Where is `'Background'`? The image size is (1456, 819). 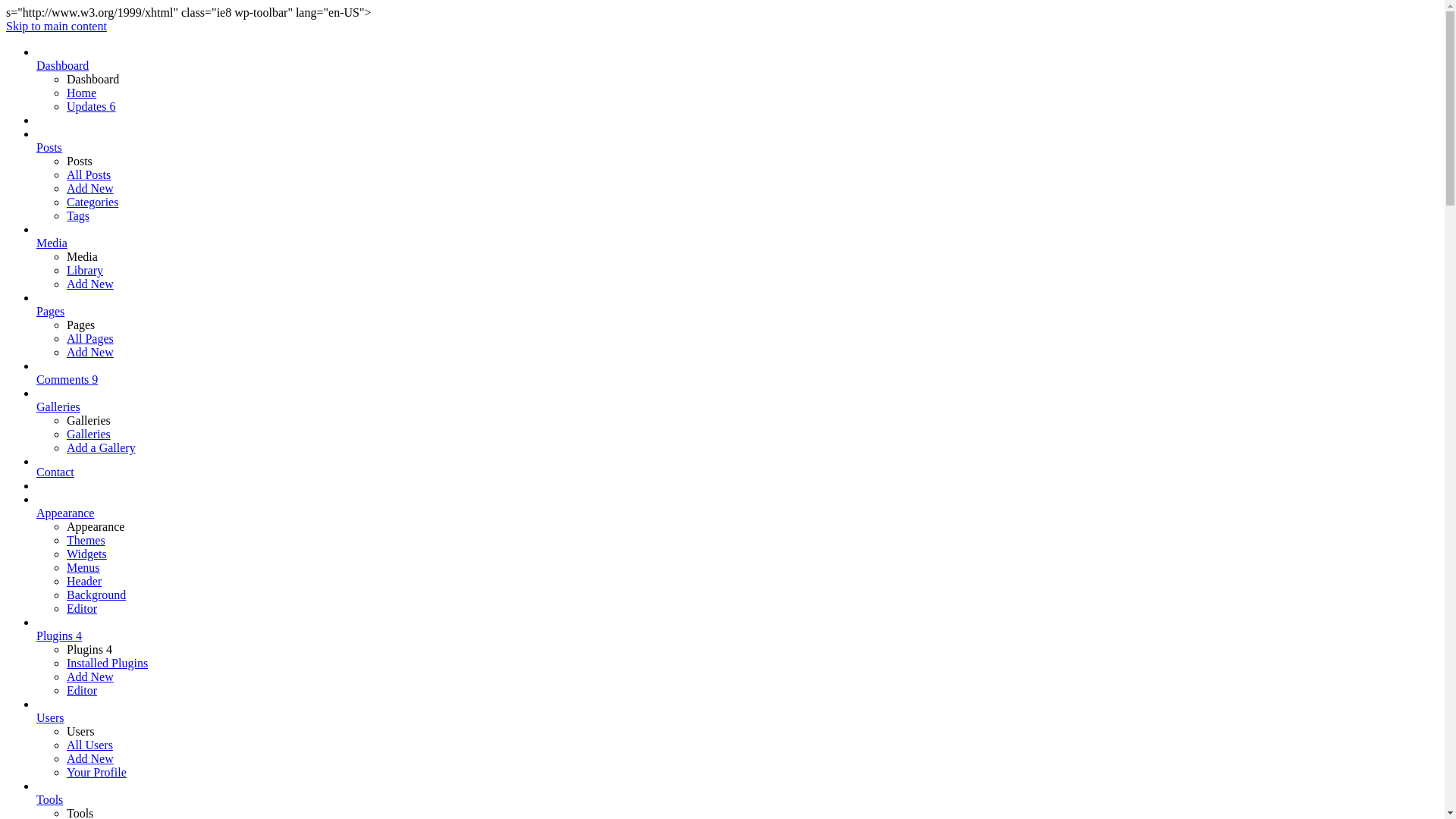
'Background' is located at coordinates (95, 594).